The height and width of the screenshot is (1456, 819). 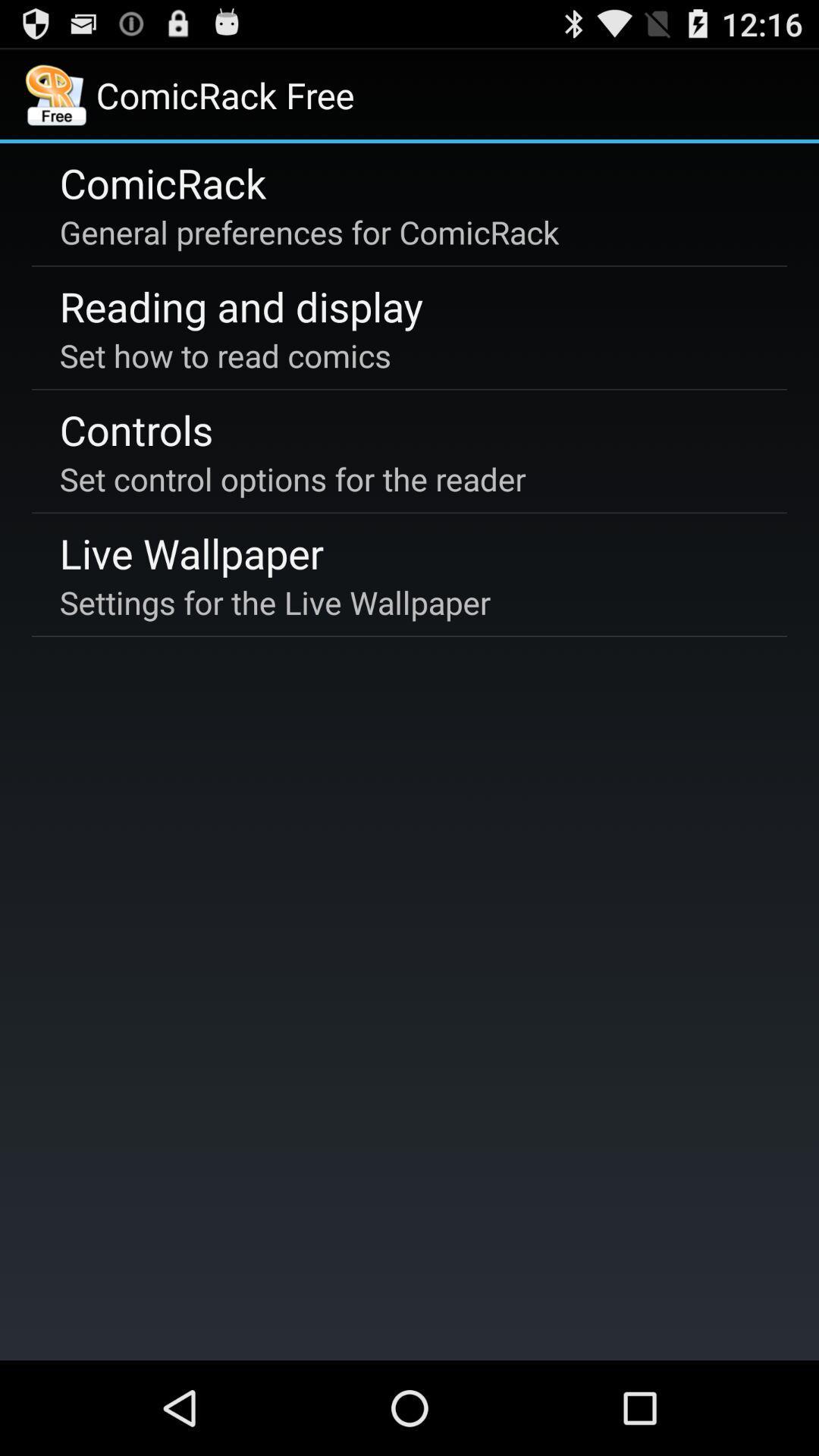 What do you see at coordinates (225, 354) in the screenshot?
I see `the set how to item` at bounding box center [225, 354].